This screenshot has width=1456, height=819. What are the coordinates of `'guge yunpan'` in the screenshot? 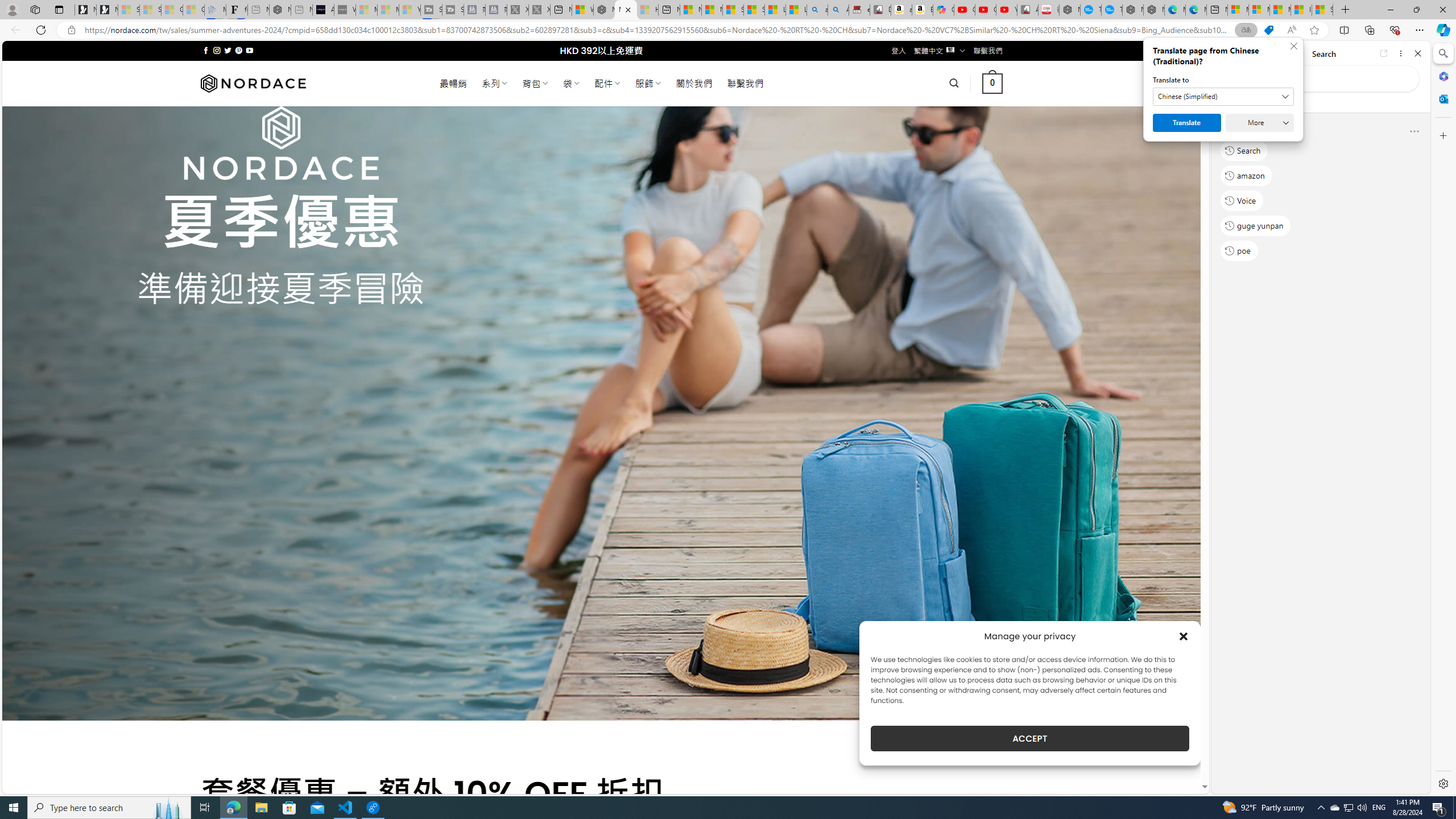 It's located at (1256, 225).